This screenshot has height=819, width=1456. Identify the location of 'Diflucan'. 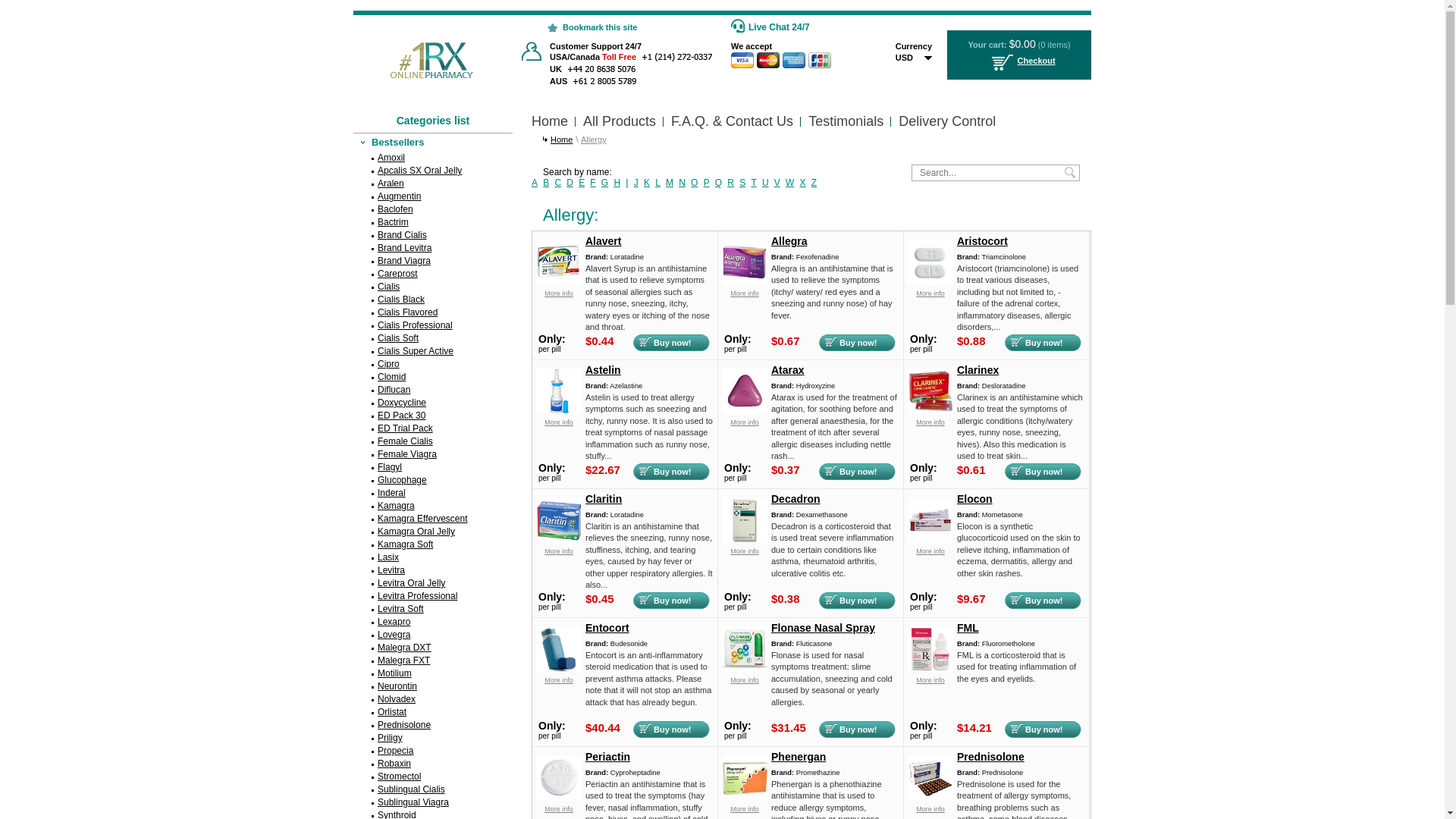
(432, 389).